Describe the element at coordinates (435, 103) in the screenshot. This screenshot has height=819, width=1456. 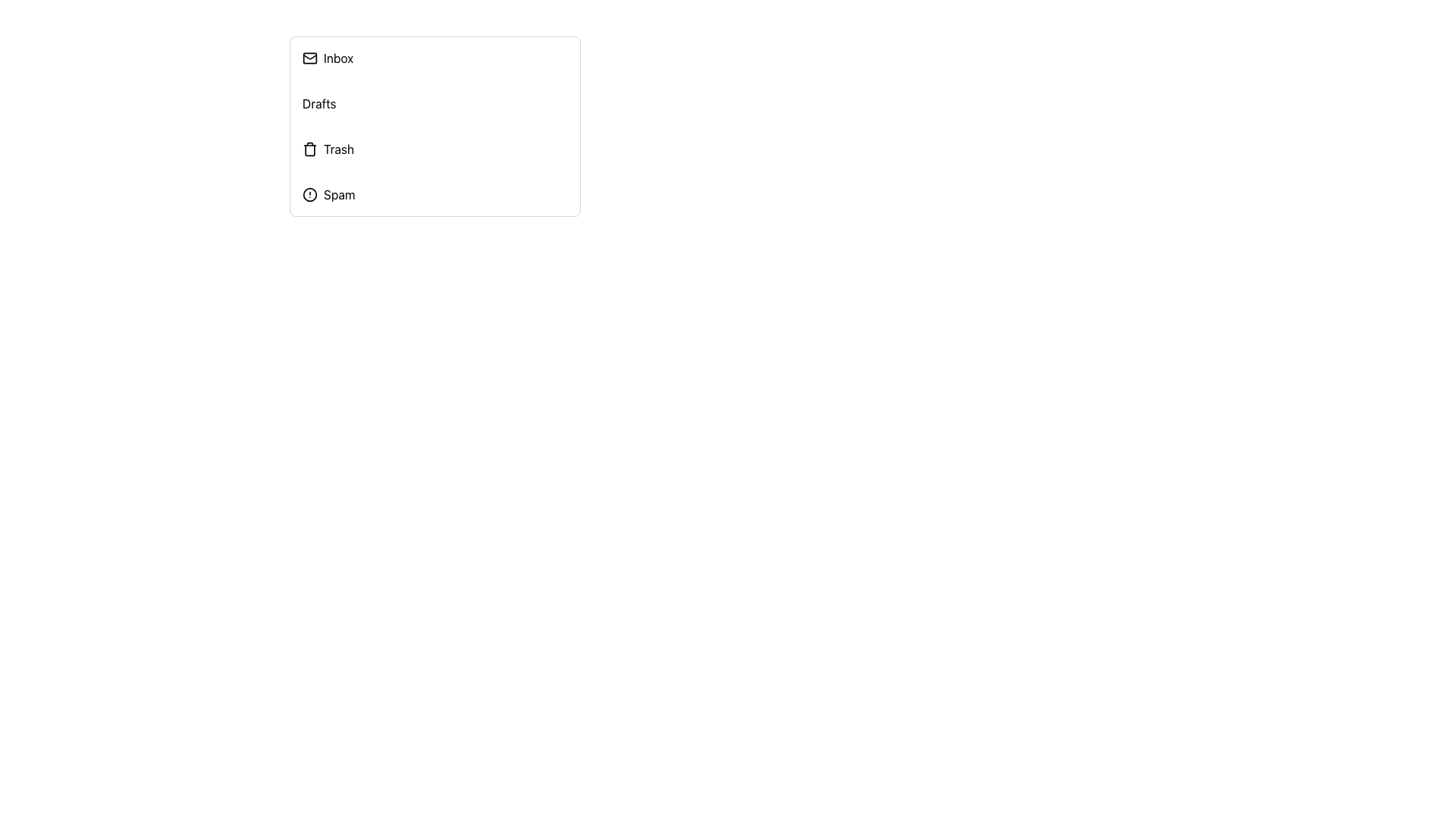
I see `the 'Drafts' list item in the vertical menu` at that location.